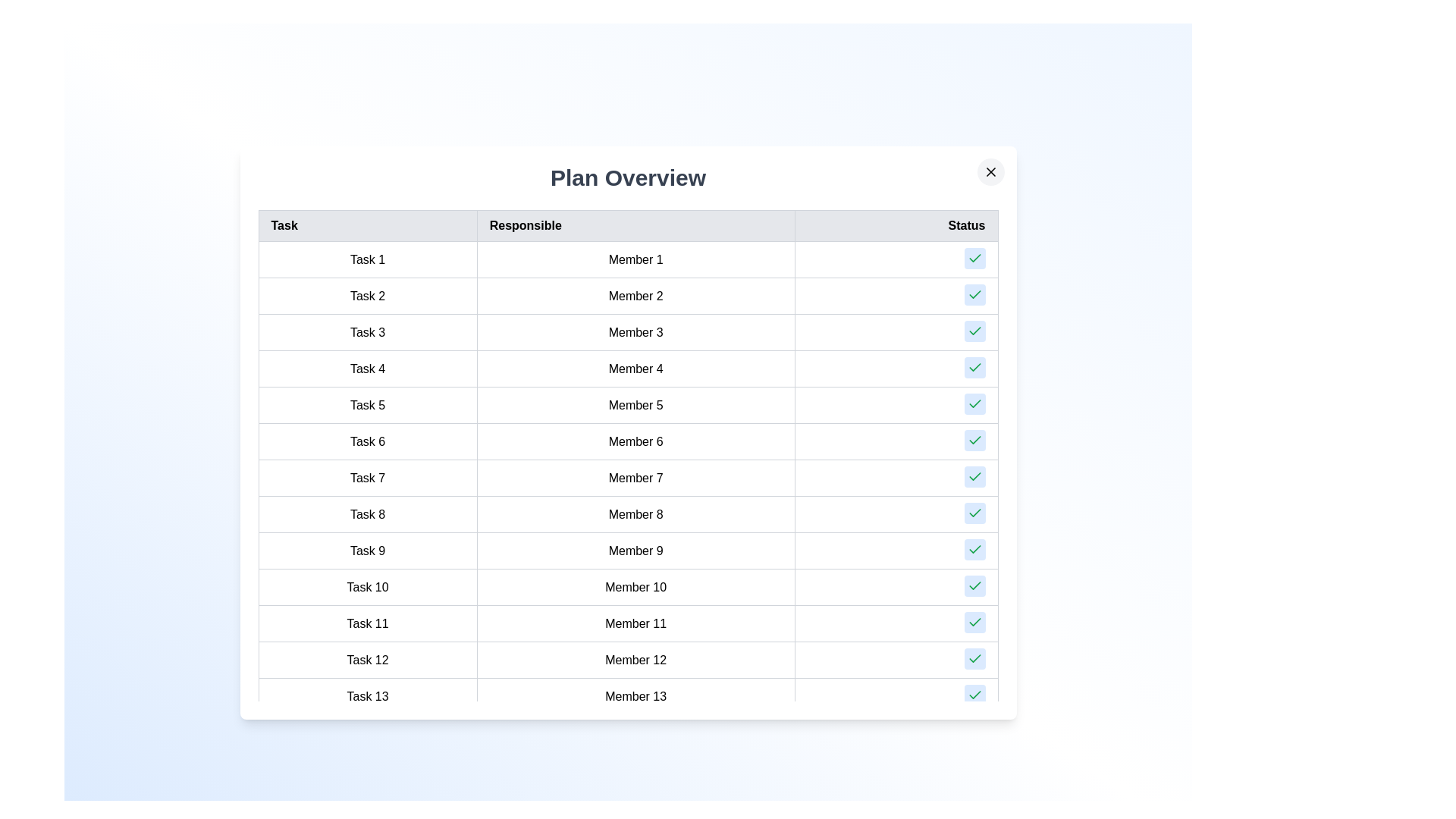  What do you see at coordinates (974, 257) in the screenshot?
I see `the 'Check' button for task 1 to mark it as completed` at bounding box center [974, 257].